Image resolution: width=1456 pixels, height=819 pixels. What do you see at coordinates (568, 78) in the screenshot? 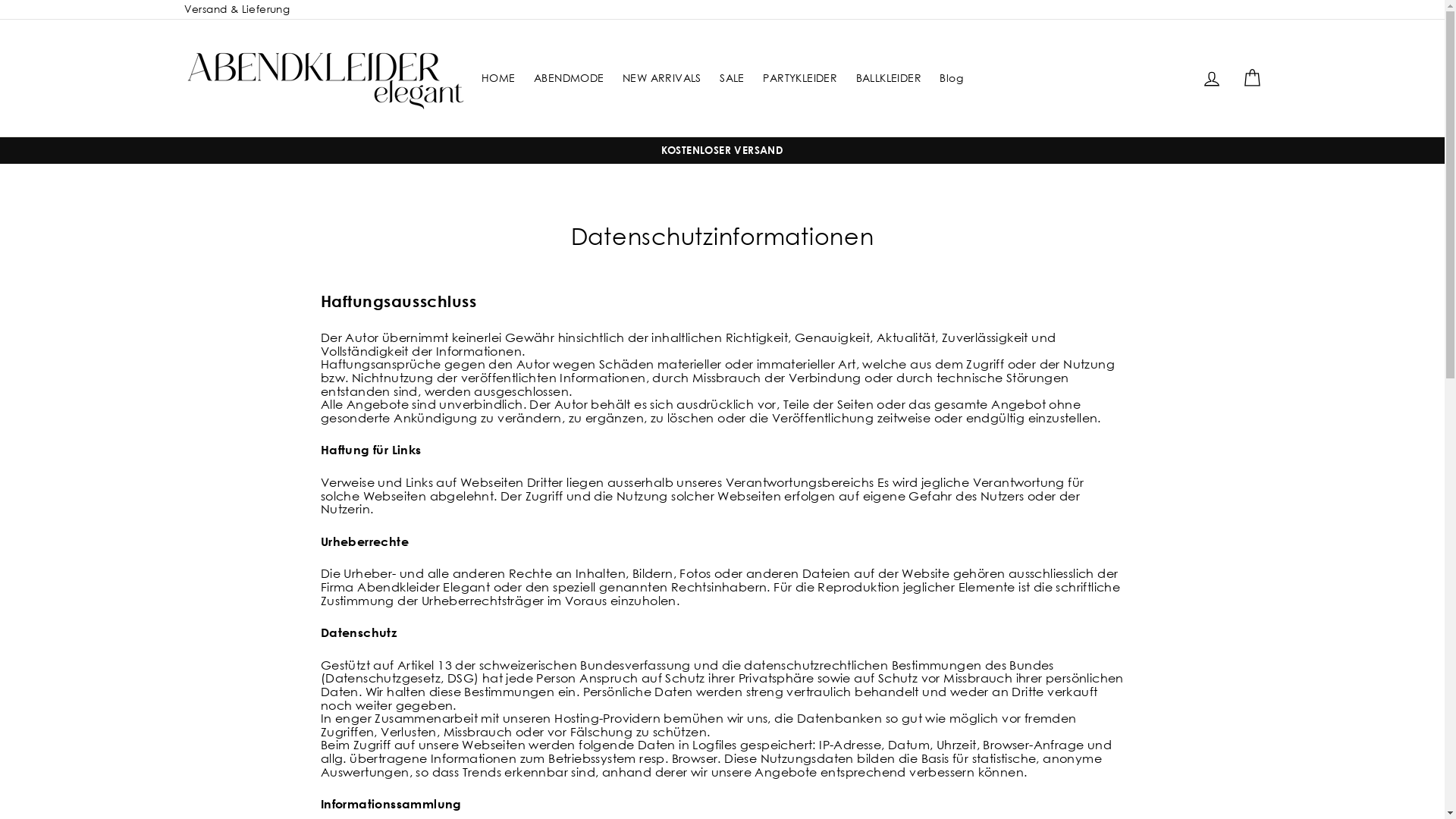
I see `'ABENDMODE'` at bounding box center [568, 78].